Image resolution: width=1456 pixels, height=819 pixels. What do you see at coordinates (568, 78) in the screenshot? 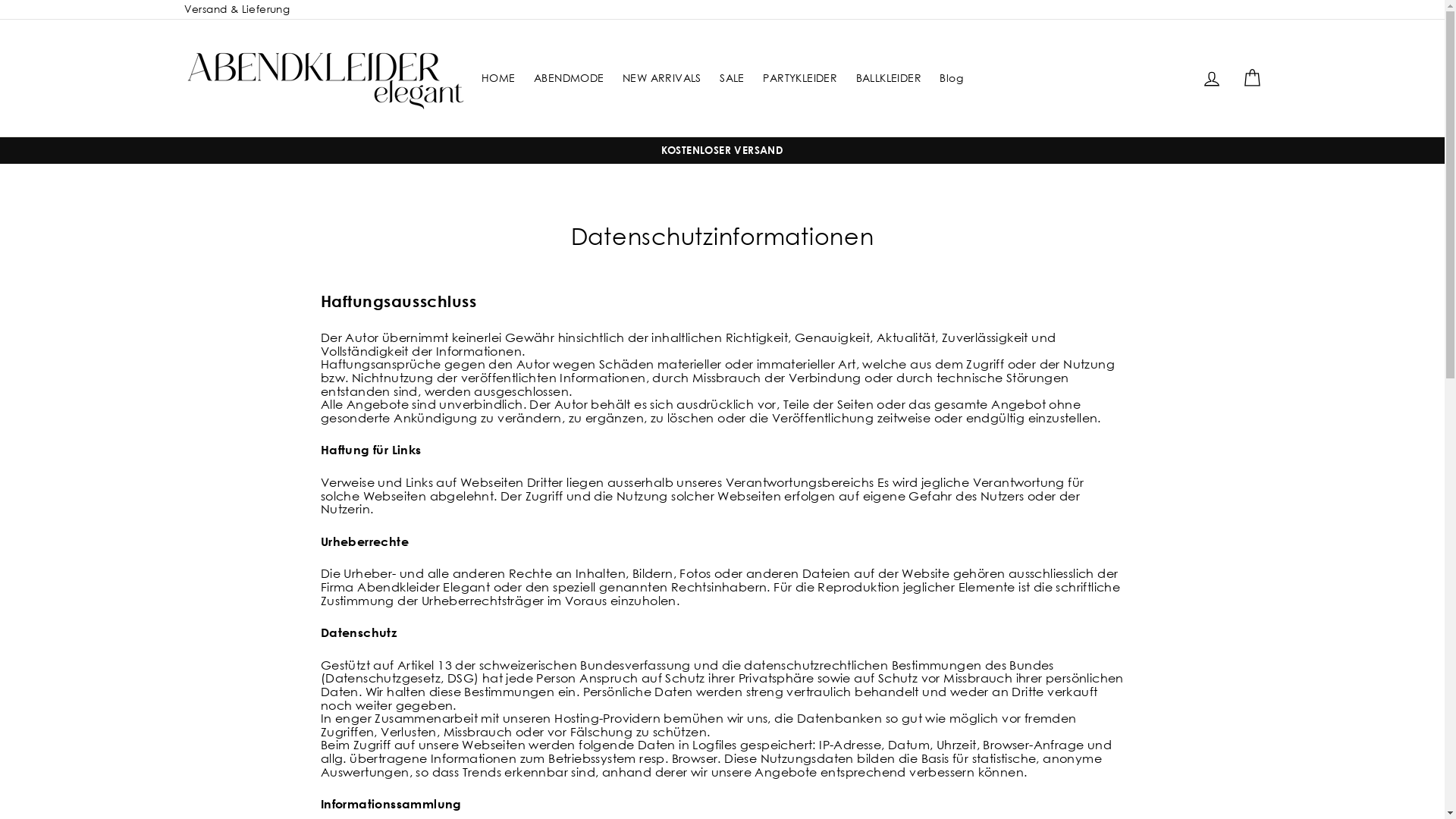
I see `'ABENDMODE'` at bounding box center [568, 78].